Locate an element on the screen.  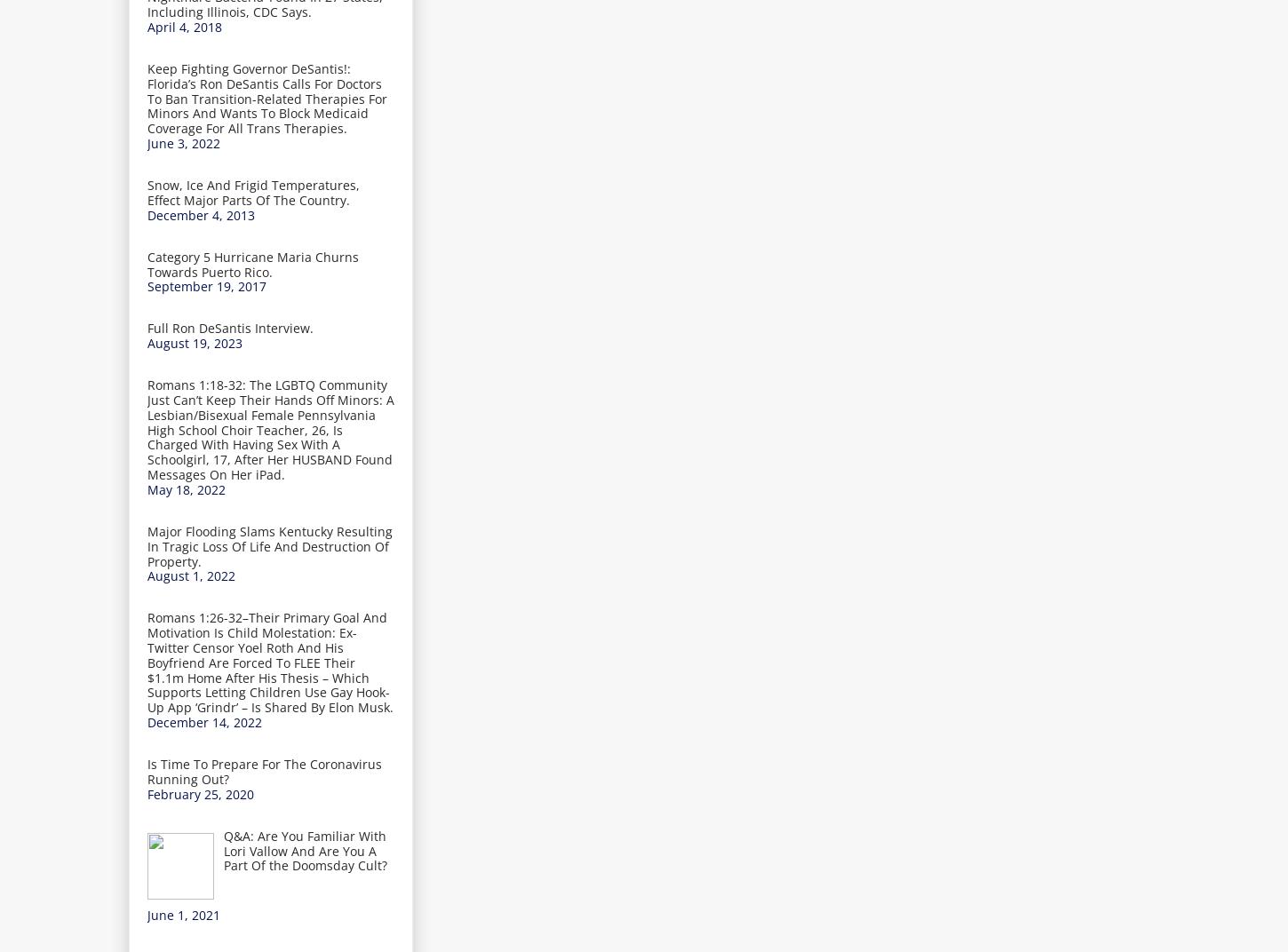
'August 19, 2023' is located at coordinates (194, 343).